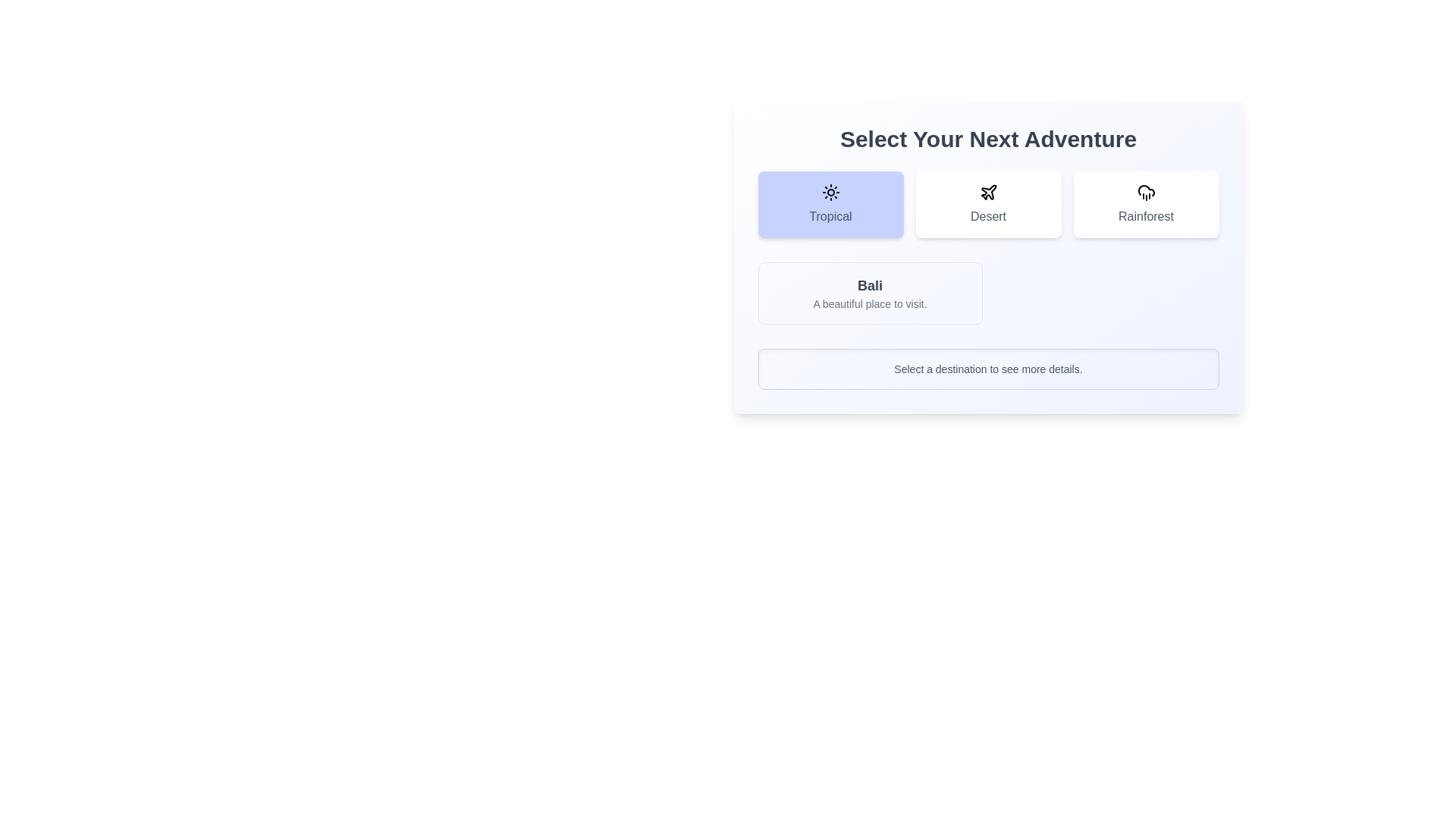 The width and height of the screenshot is (1456, 819). Describe the element at coordinates (1146, 192) in the screenshot. I see `the small cloud icon with rain drops located within the 'Rainforest' button, which is the third button in the row of three under the 'Select Your Next Adventure' heading` at that location.